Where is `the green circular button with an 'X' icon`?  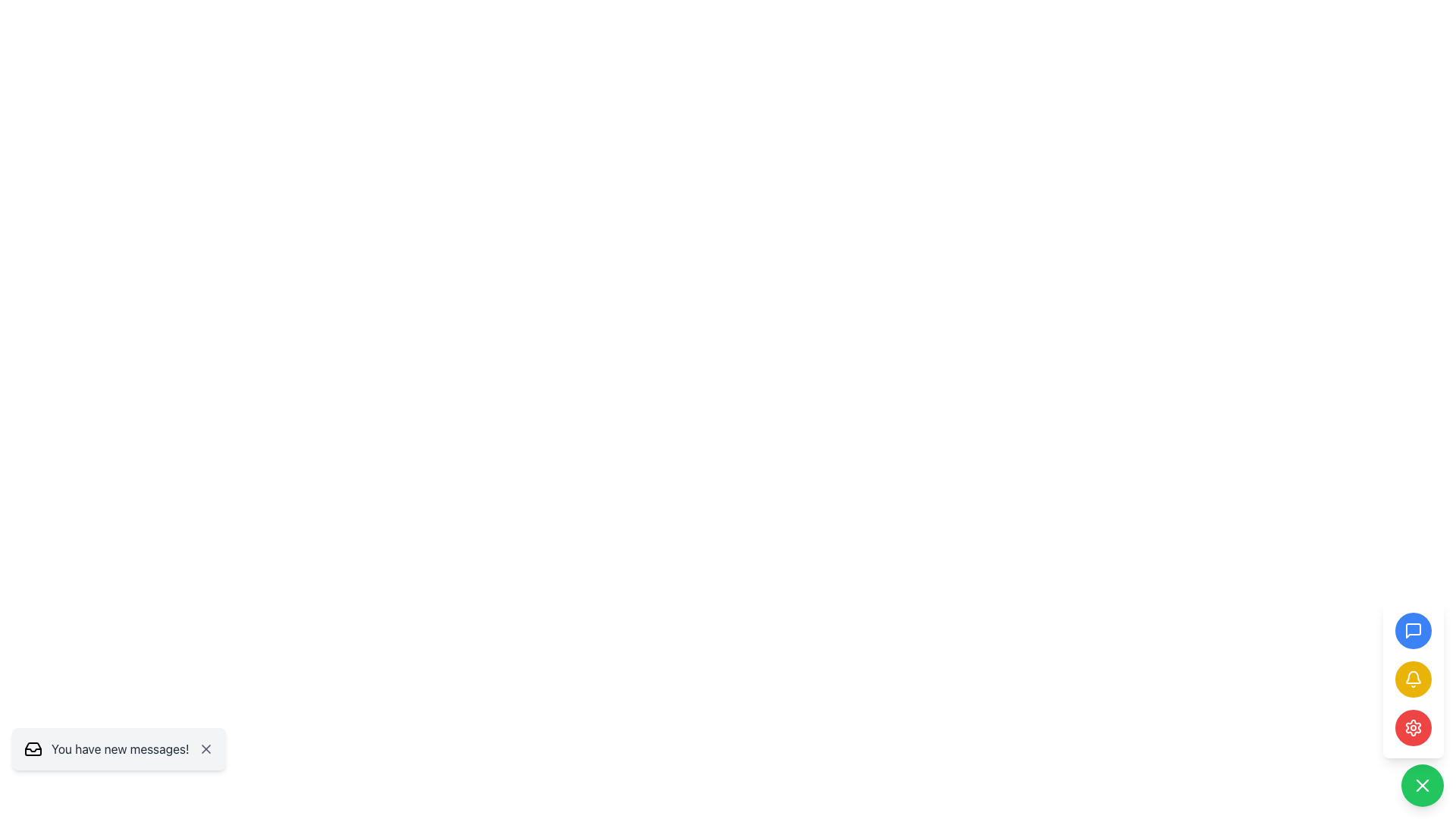
the green circular button with an 'X' icon is located at coordinates (1422, 785).